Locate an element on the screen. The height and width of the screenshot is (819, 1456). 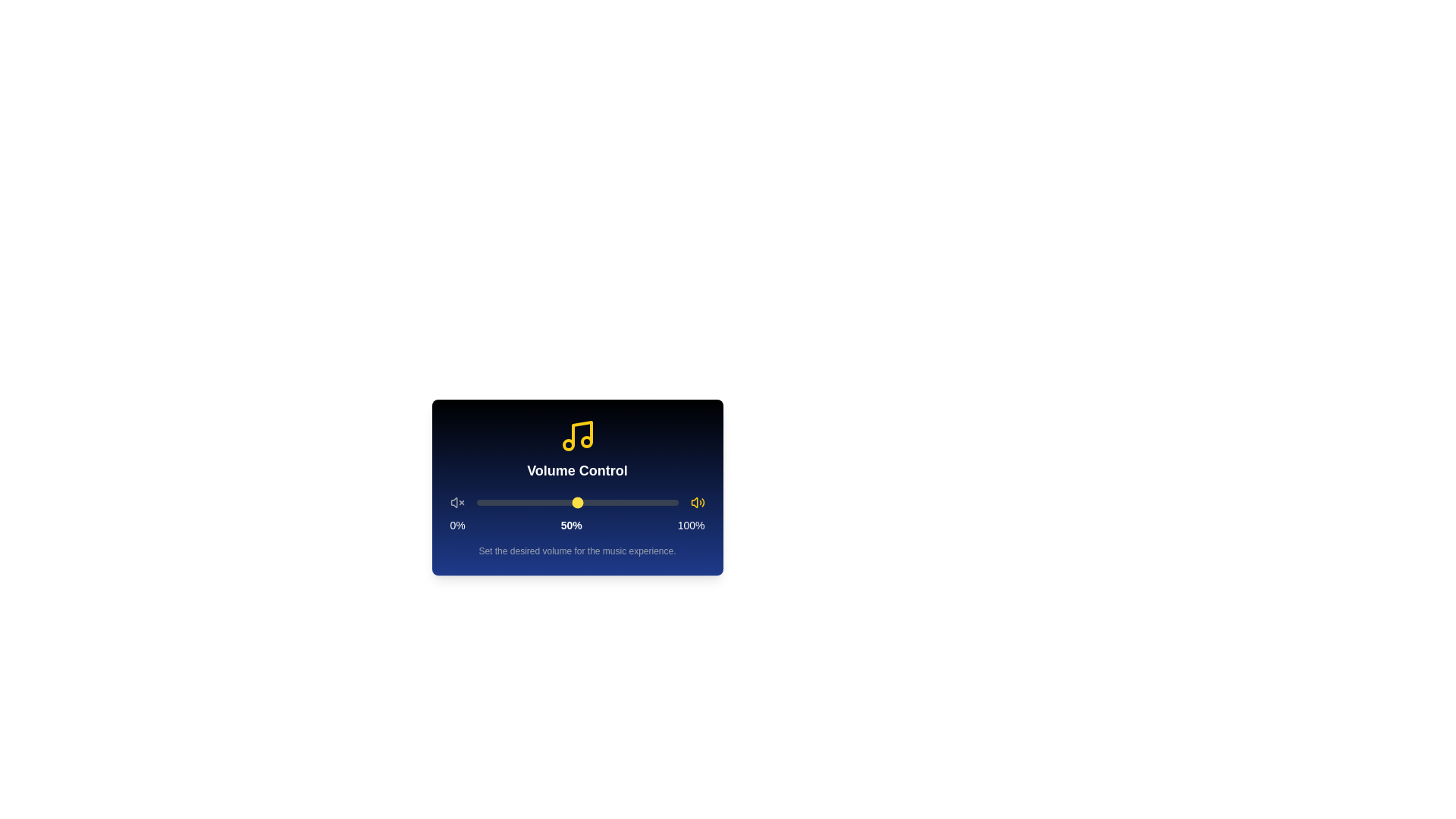
the volume slider to 76% is located at coordinates (629, 503).